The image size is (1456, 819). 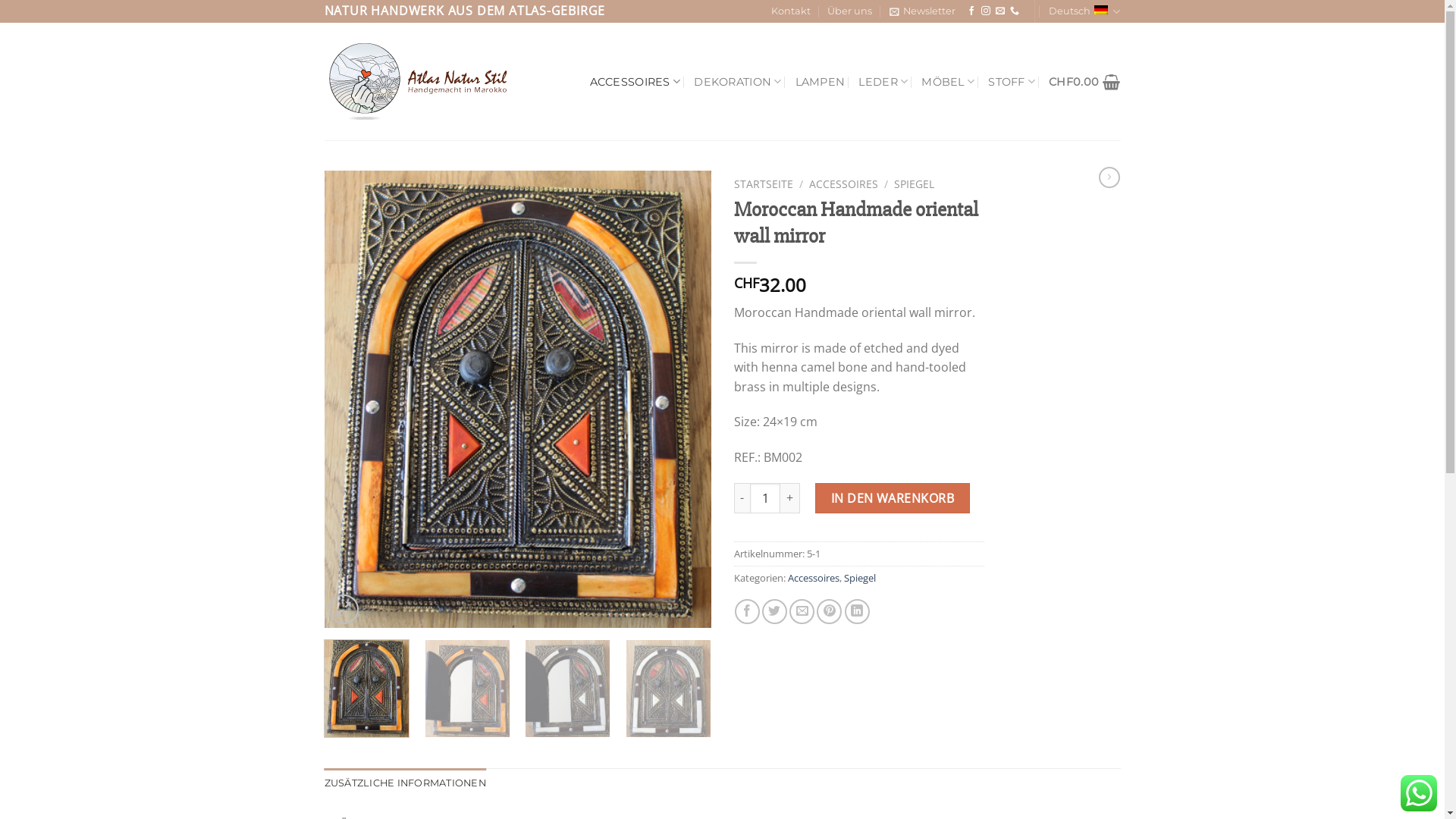 What do you see at coordinates (814, 497) in the screenshot?
I see `'IN DEN WARENKORB'` at bounding box center [814, 497].